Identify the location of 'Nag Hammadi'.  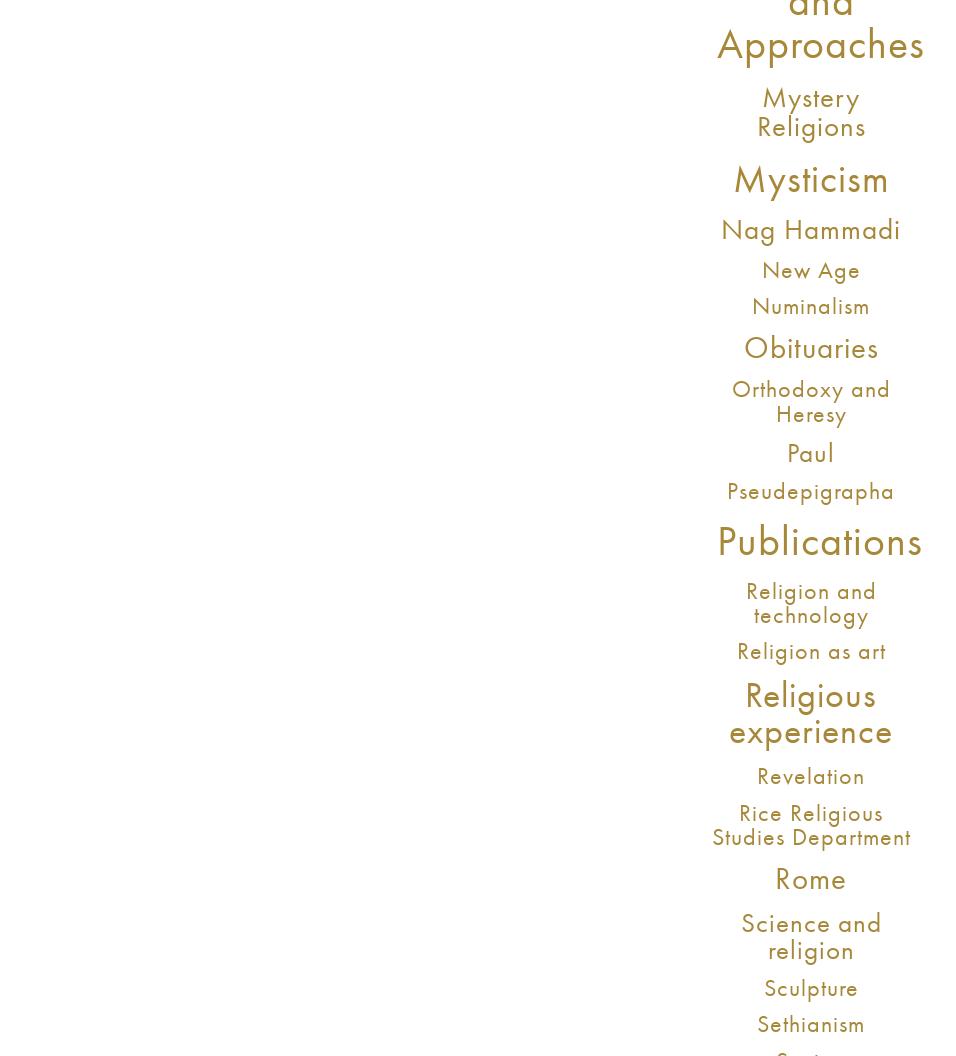
(720, 228).